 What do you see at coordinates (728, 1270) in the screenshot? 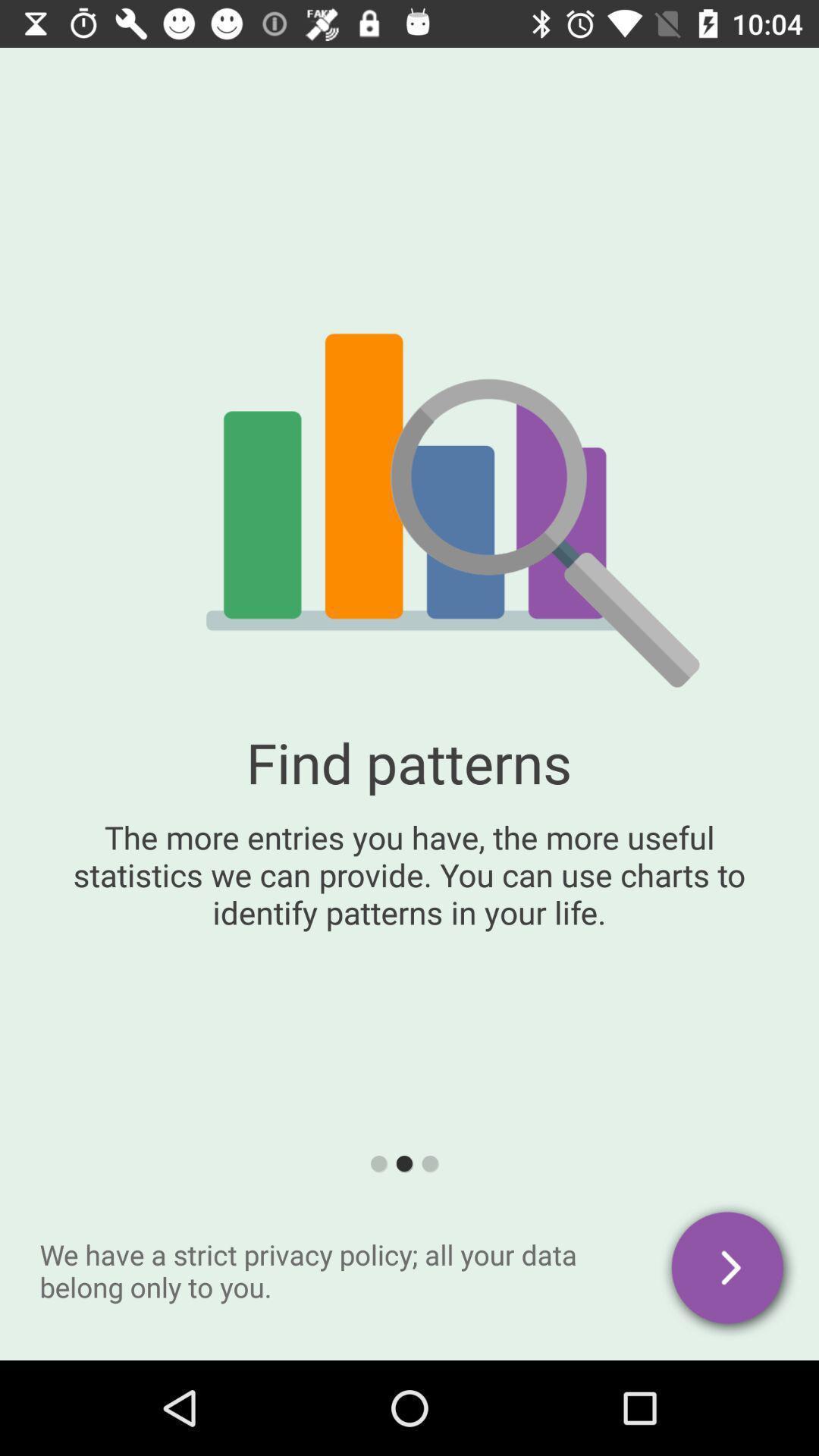
I see `icon next to the we have a` at bounding box center [728, 1270].